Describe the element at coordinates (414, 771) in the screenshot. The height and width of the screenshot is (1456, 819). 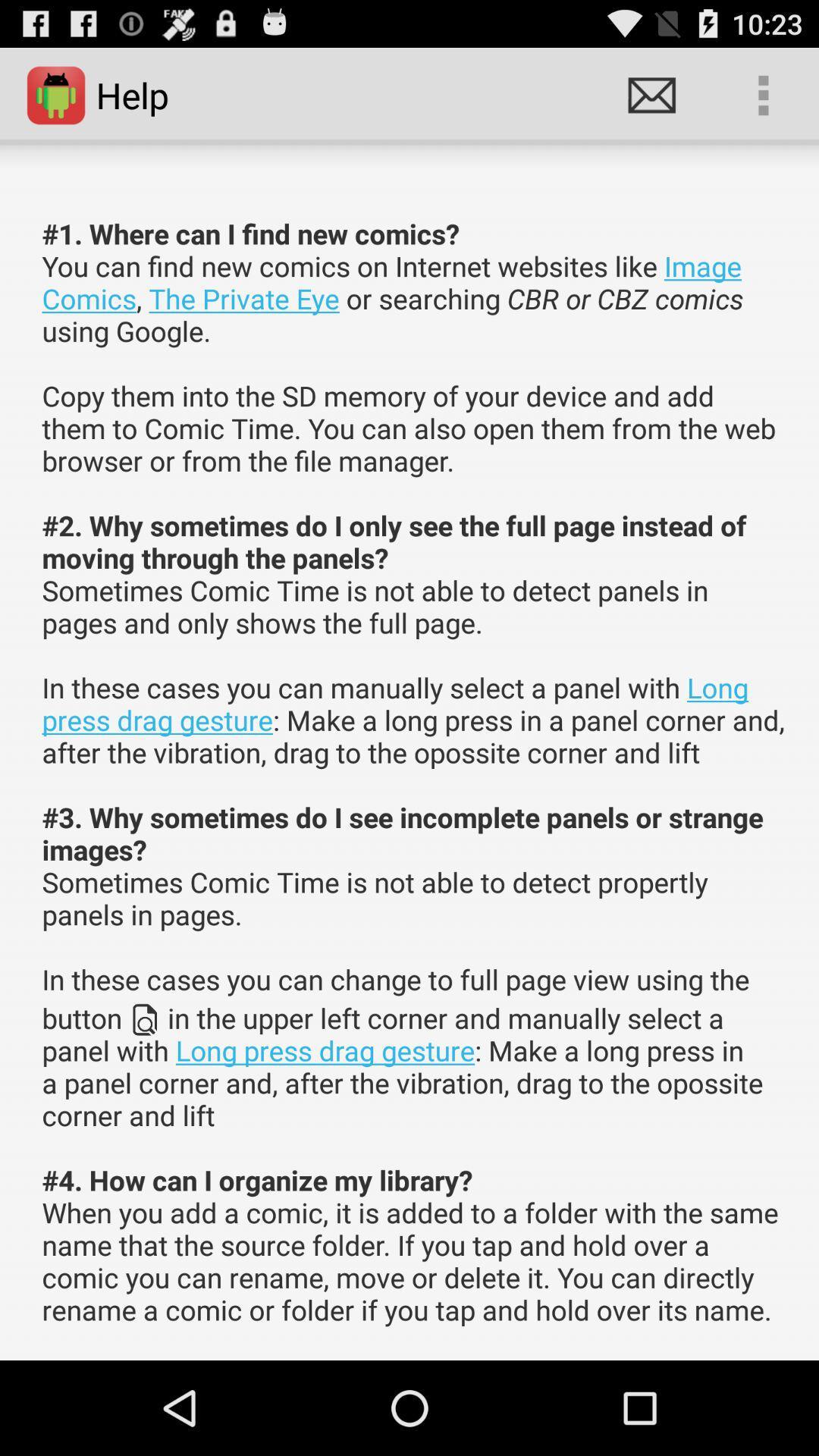
I see `item at the center` at that location.